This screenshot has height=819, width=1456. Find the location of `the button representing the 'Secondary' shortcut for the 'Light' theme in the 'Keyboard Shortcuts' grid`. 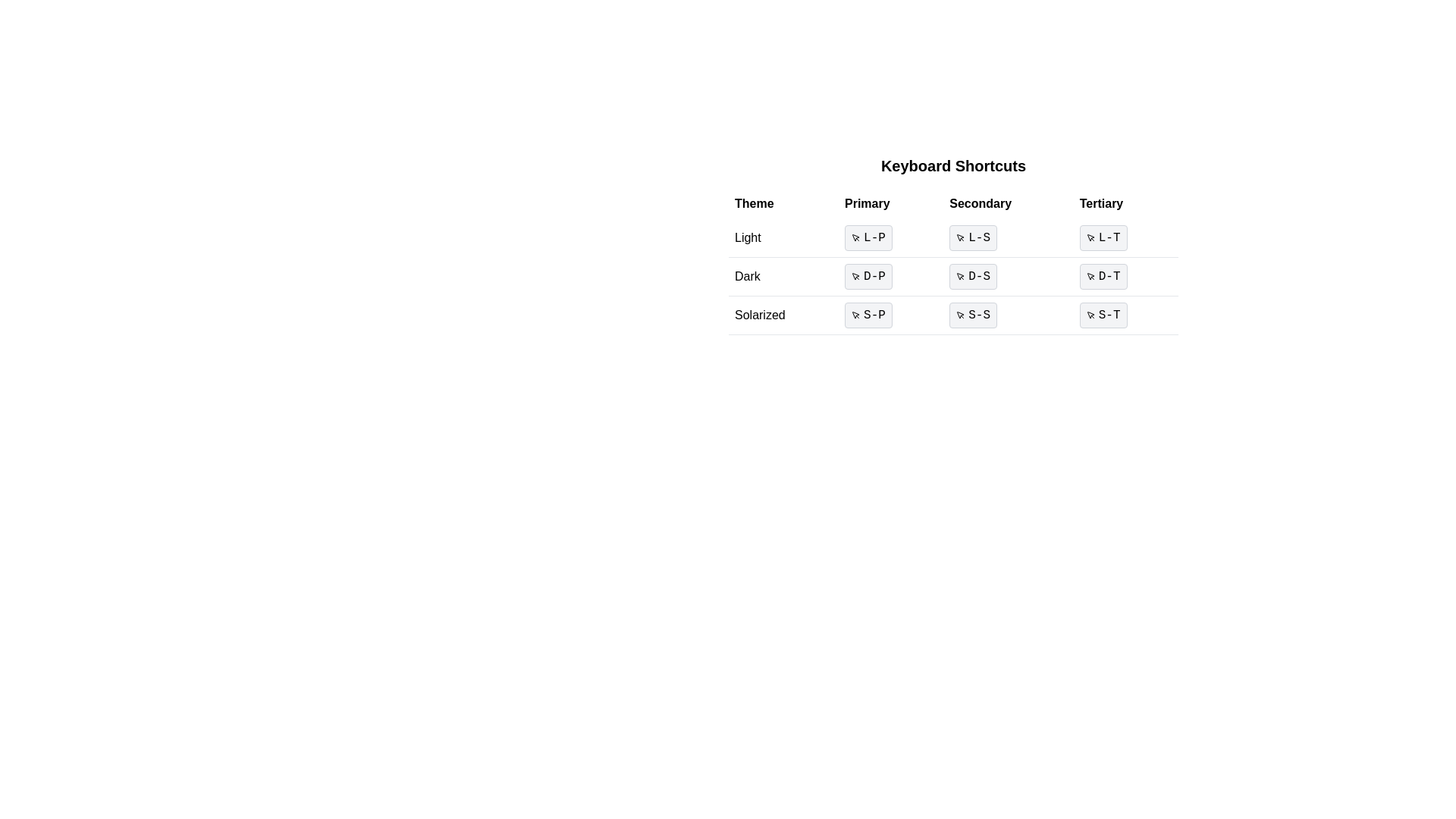

the button representing the 'Secondary' shortcut for the 'Light' theme in the 'Keyboard Shortcuts' grid is located at coordinates (973, 237).